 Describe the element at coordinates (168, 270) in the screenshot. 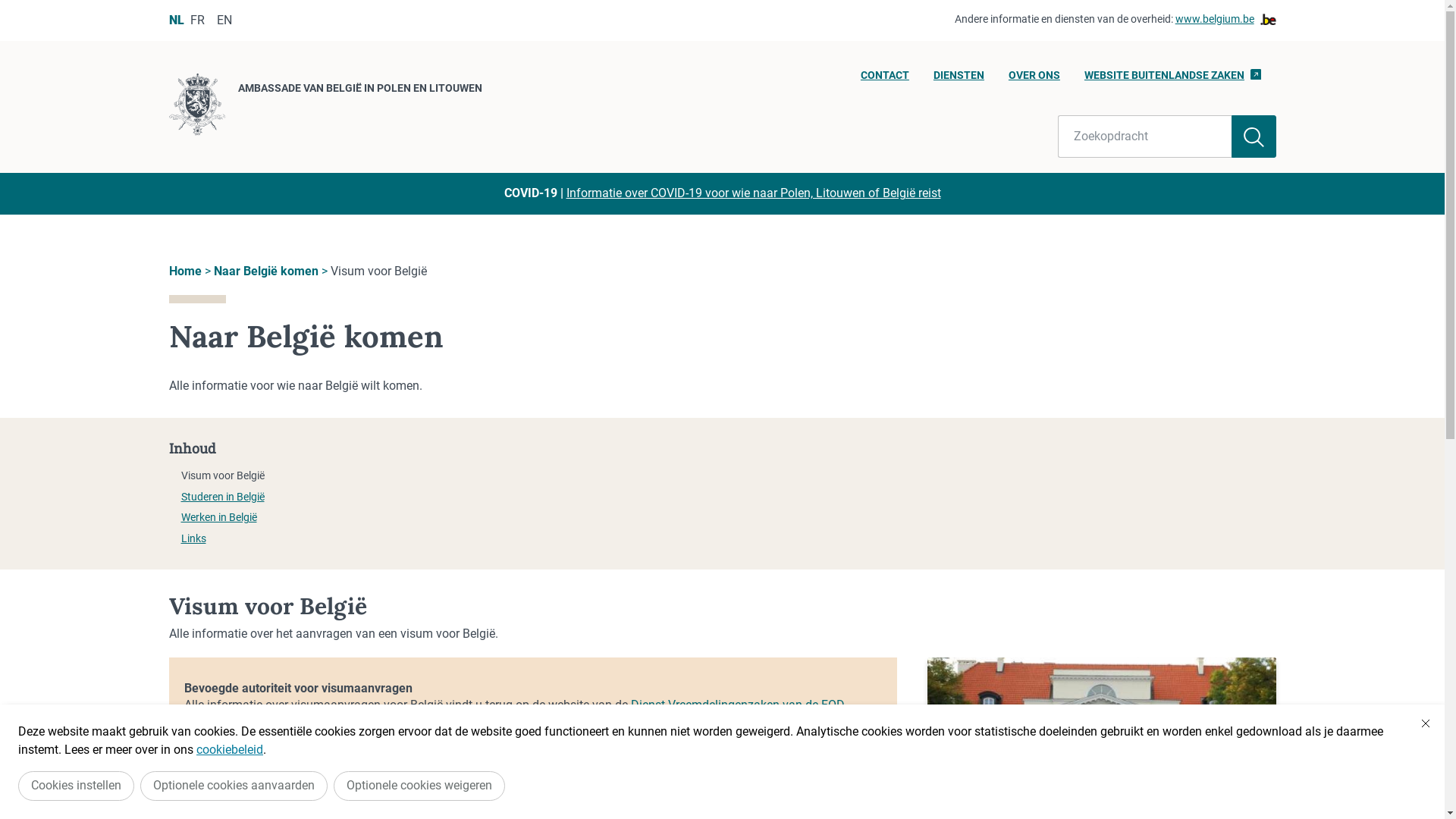

I see `'Home'` at that location.